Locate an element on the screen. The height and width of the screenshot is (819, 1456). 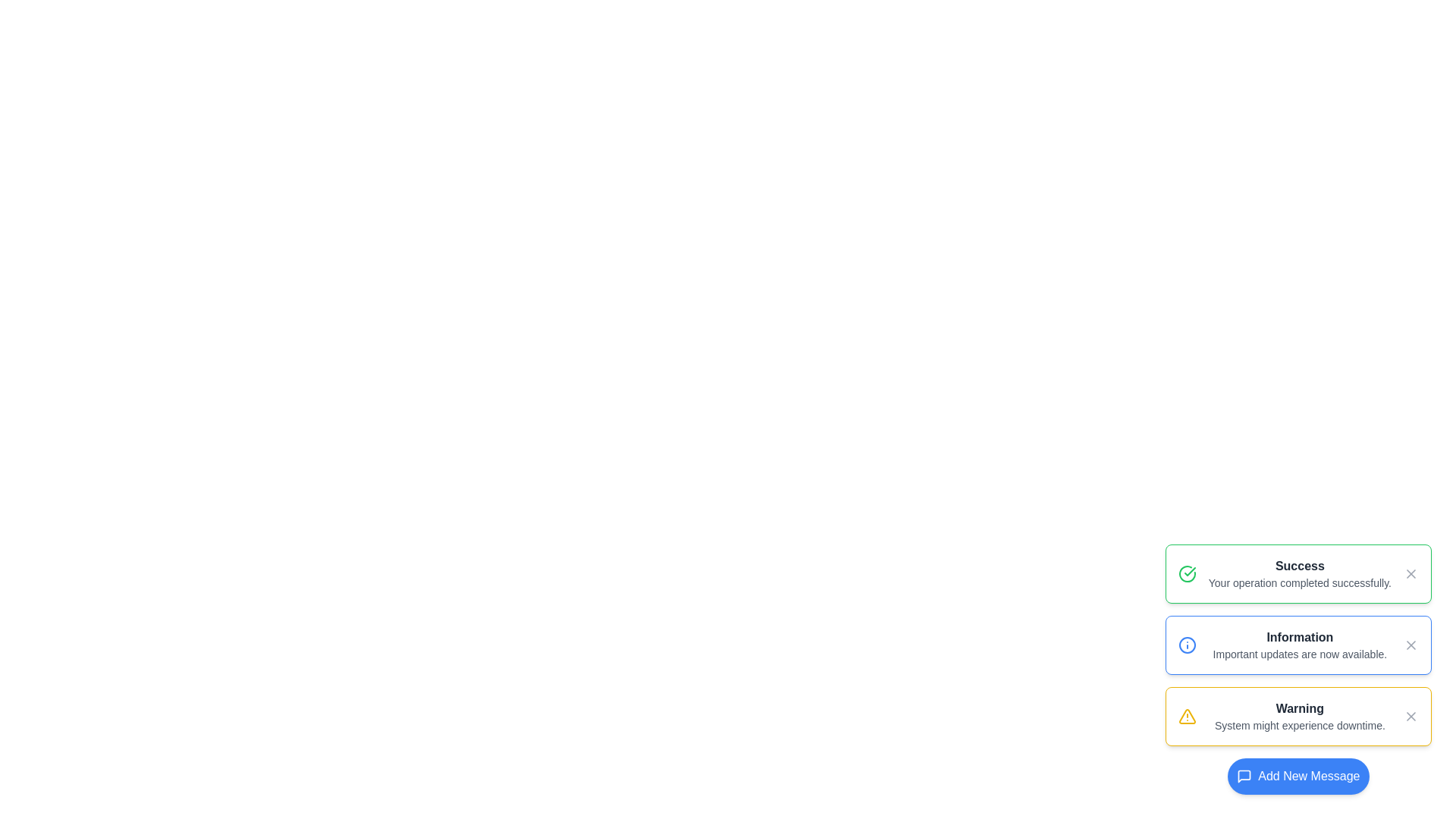
the checkmark icon within the green-bordered success notification card, which is positioned on the left side of the notification text is located at coordinates (1186, 573).